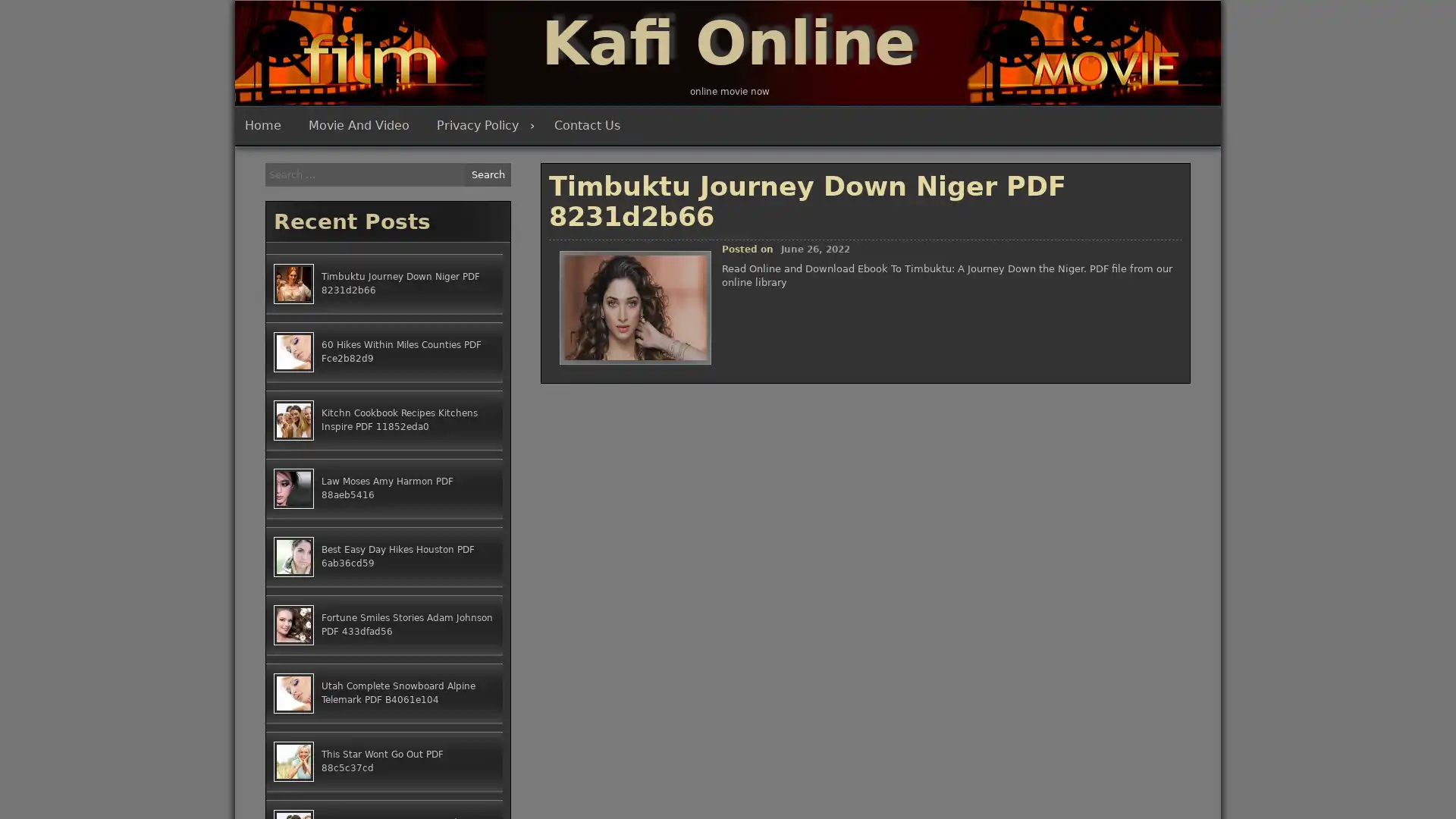  I want to click on Search, so click(488, 174).